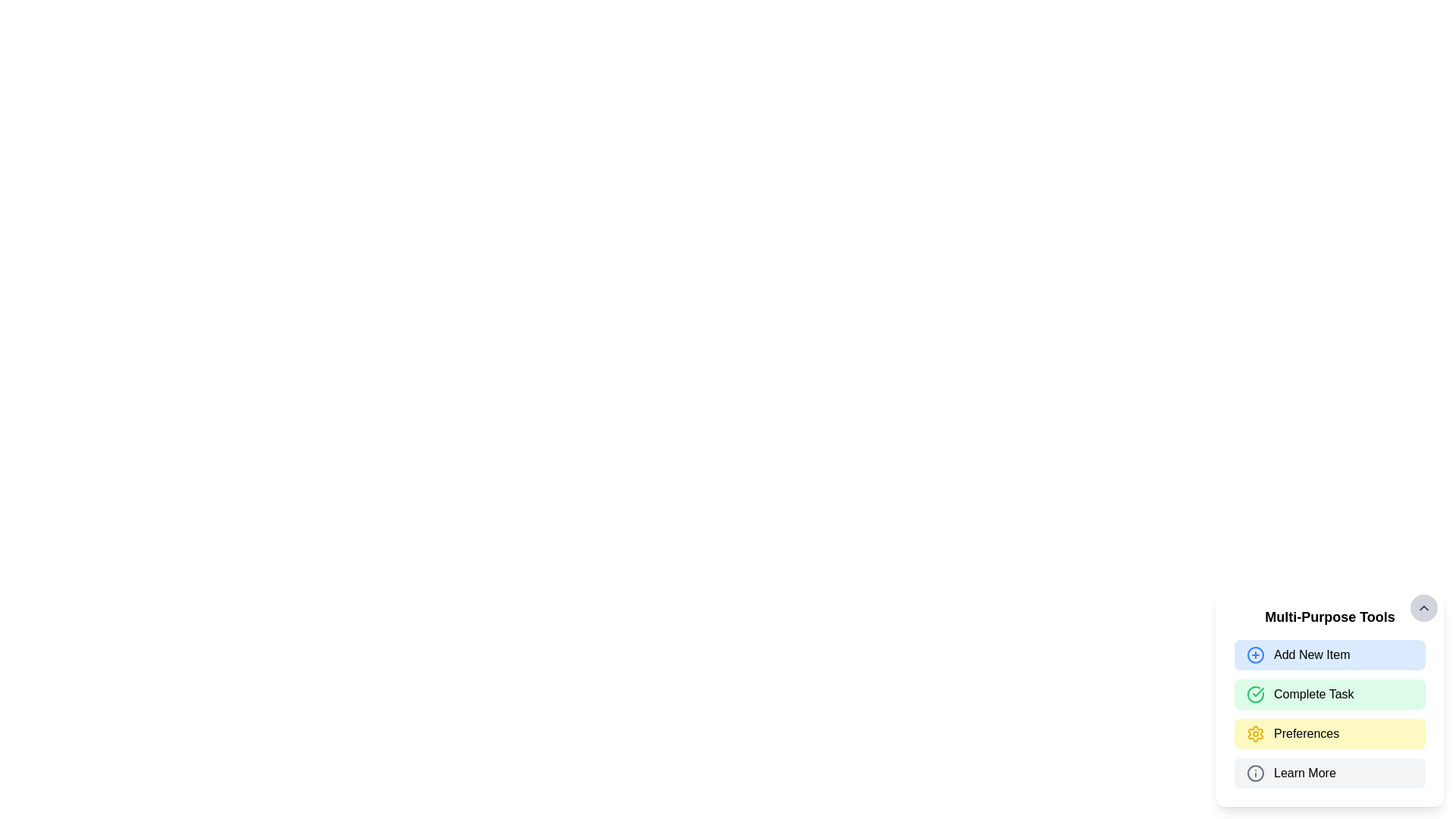  What do you see at coordinates (1256, 773) in the screenshot?
I see `the decorative icon located on the left side of the 'Learn More' button in the vertically stacked list of tools and options` at bounding box center [1256, 773].